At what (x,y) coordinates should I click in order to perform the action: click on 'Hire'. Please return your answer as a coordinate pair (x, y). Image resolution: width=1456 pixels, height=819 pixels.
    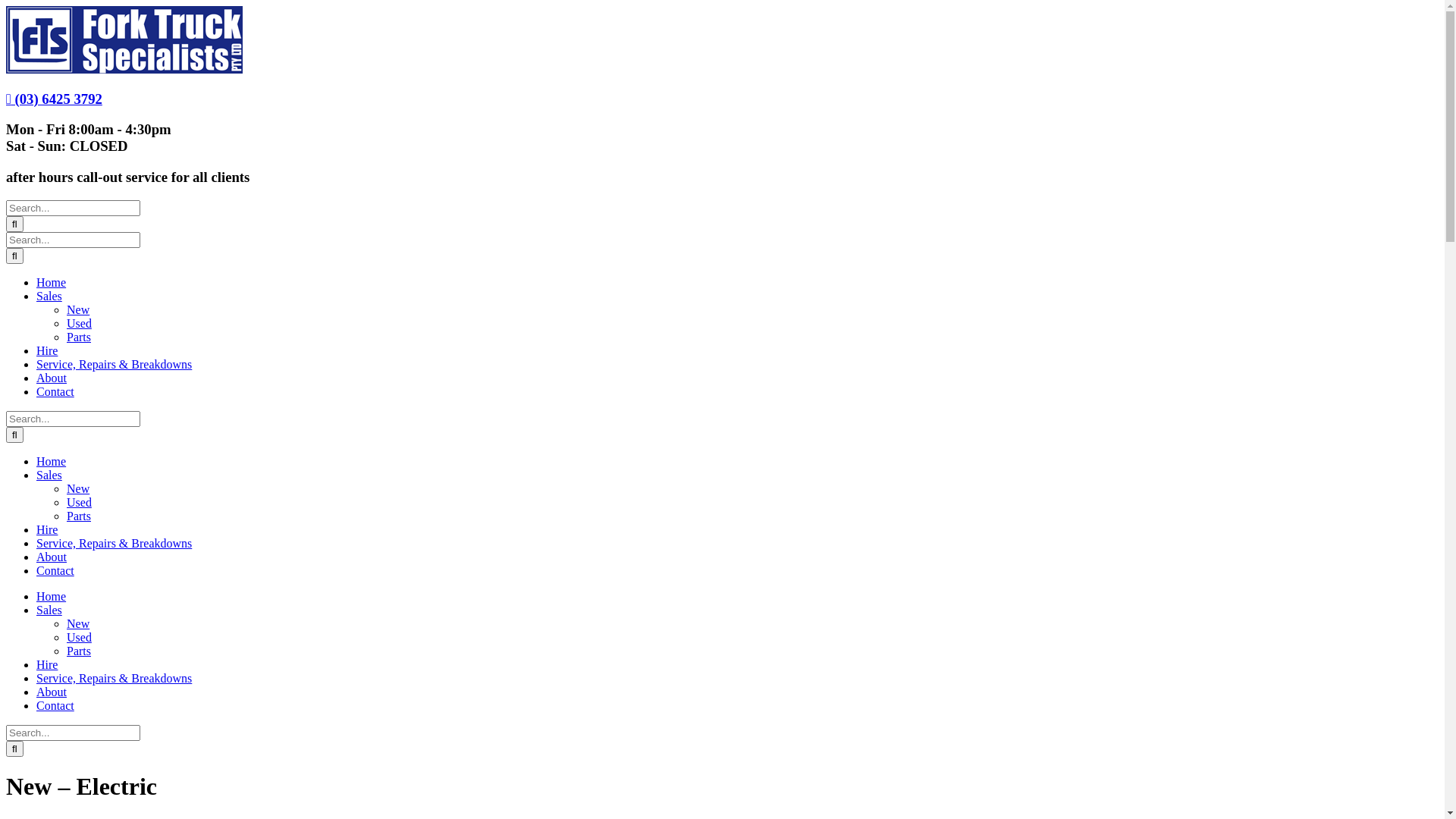
    Looking at the image, I should click on (47, 529).